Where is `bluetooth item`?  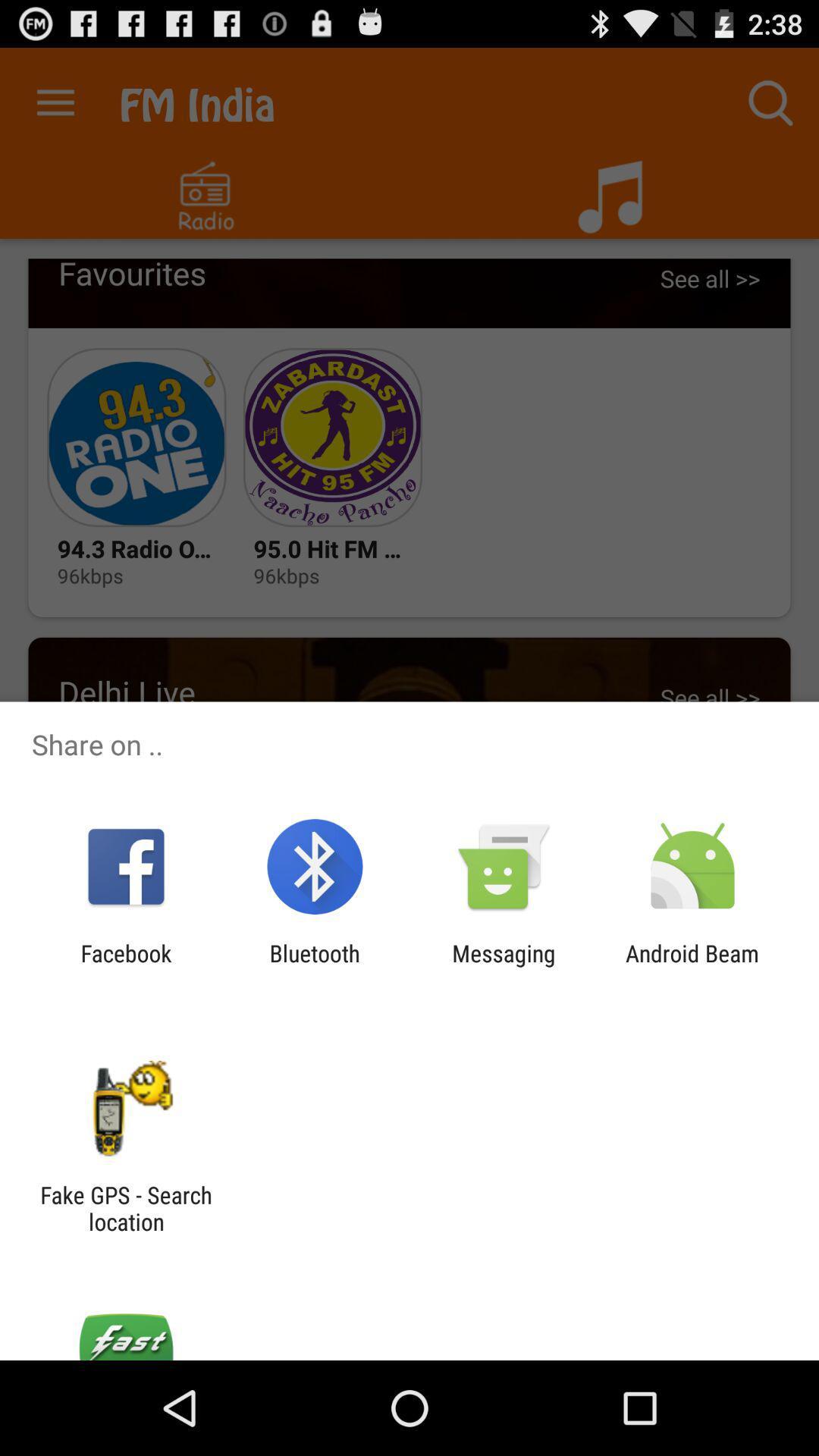 bluetooth item is located at coordinates (314, 966).